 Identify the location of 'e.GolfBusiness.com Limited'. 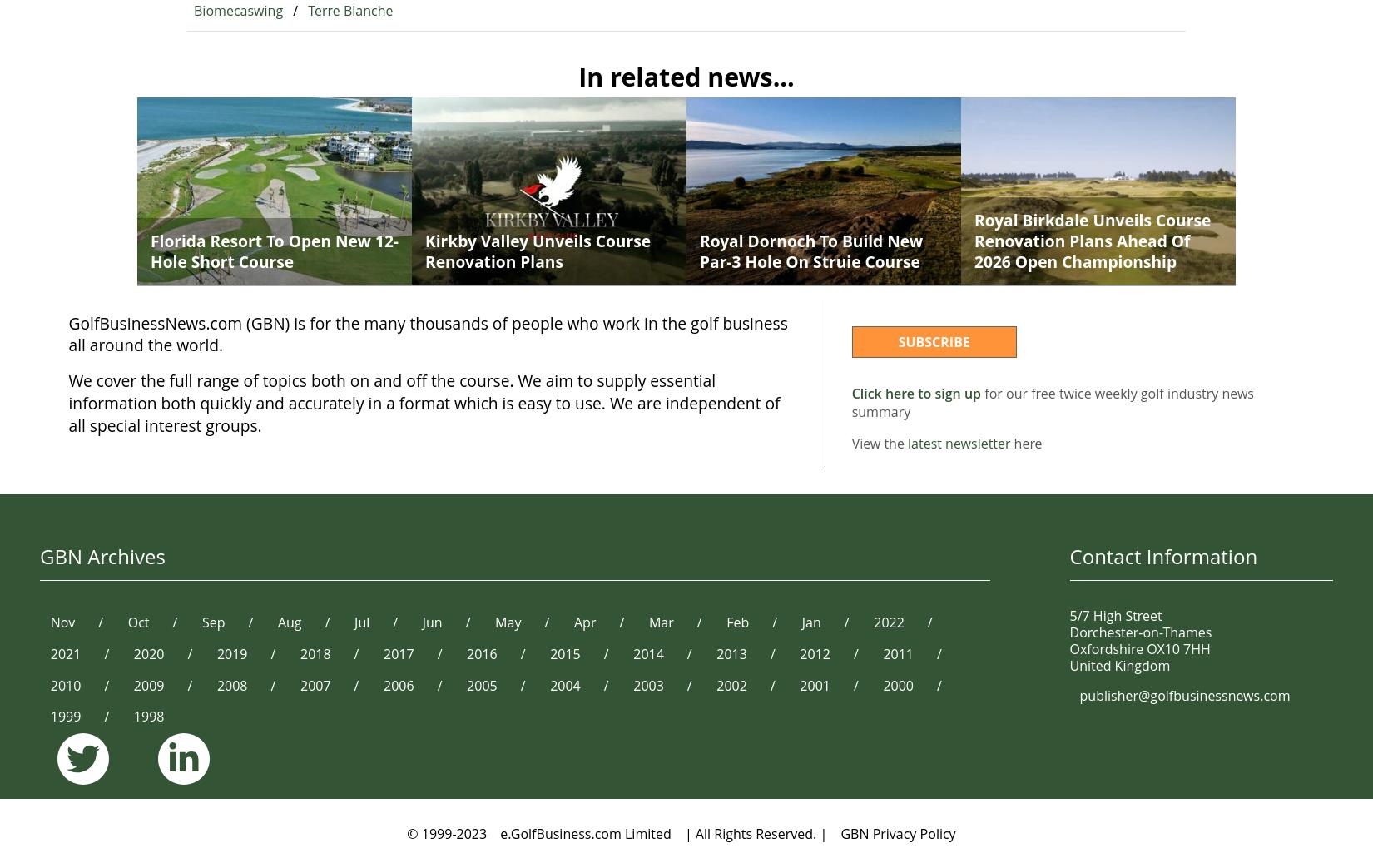
(584, 834).